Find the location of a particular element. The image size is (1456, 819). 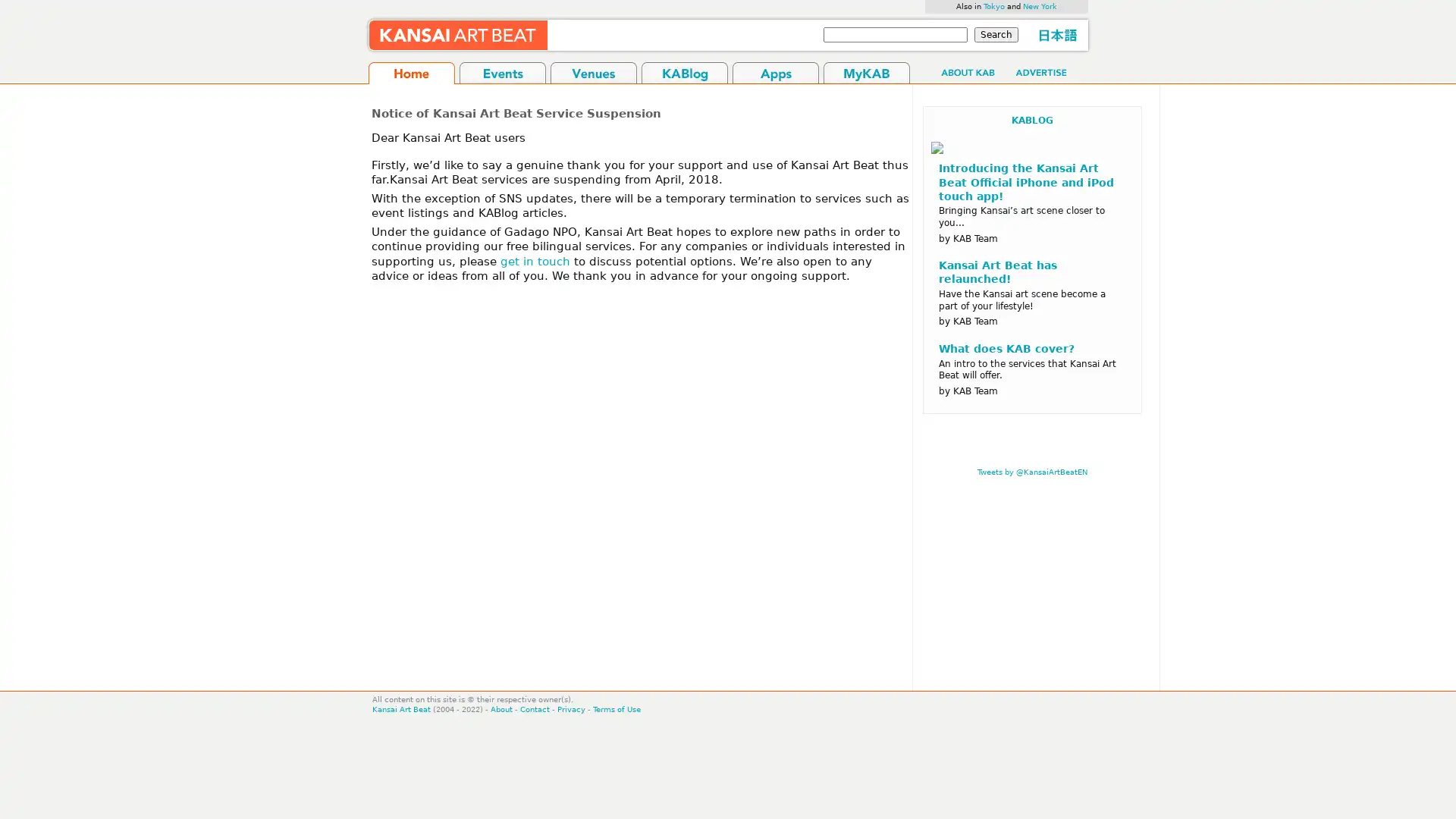

Search is located at coordinates (996, 34).